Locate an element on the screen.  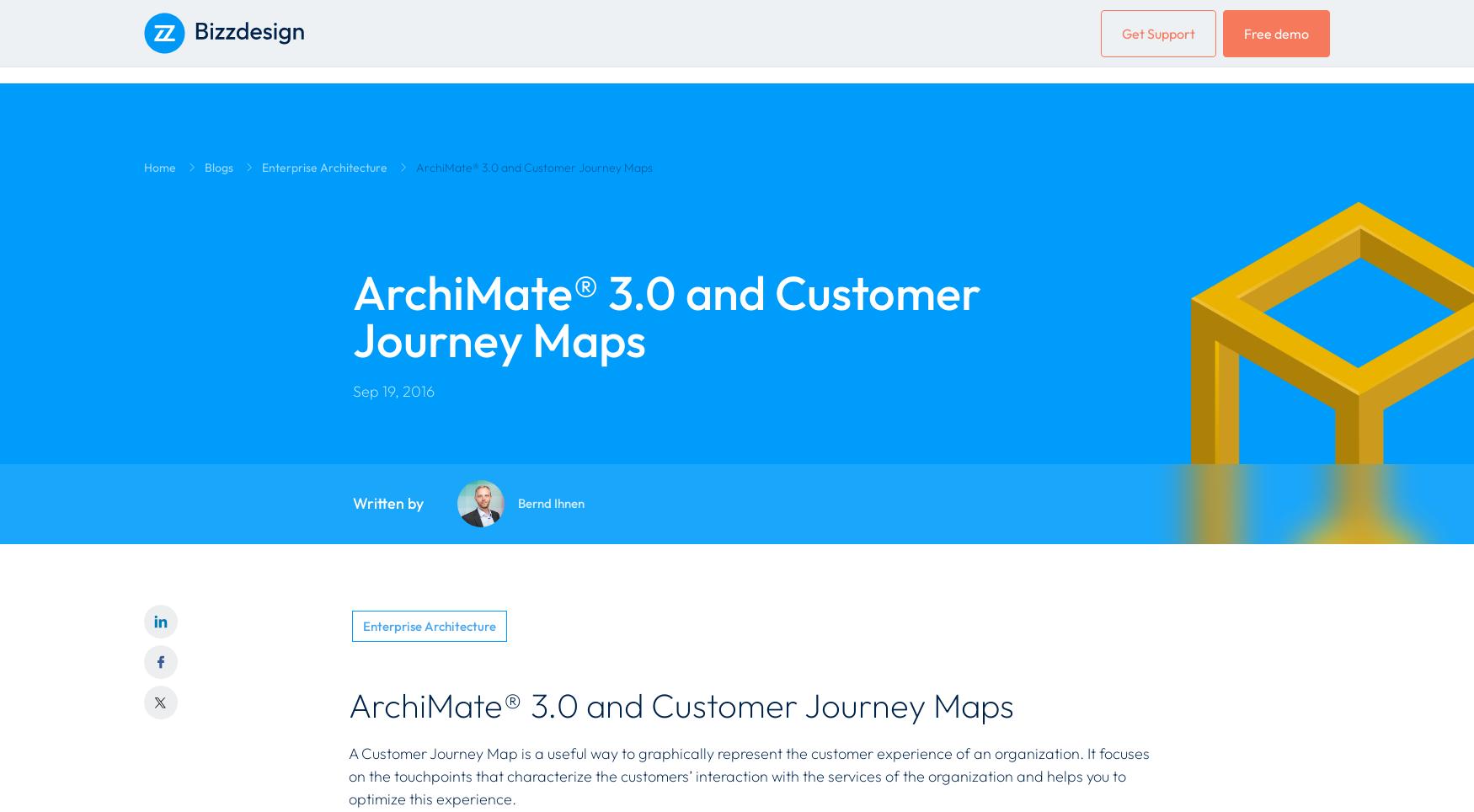
'Solutions' is located at coordinates (142, 100).